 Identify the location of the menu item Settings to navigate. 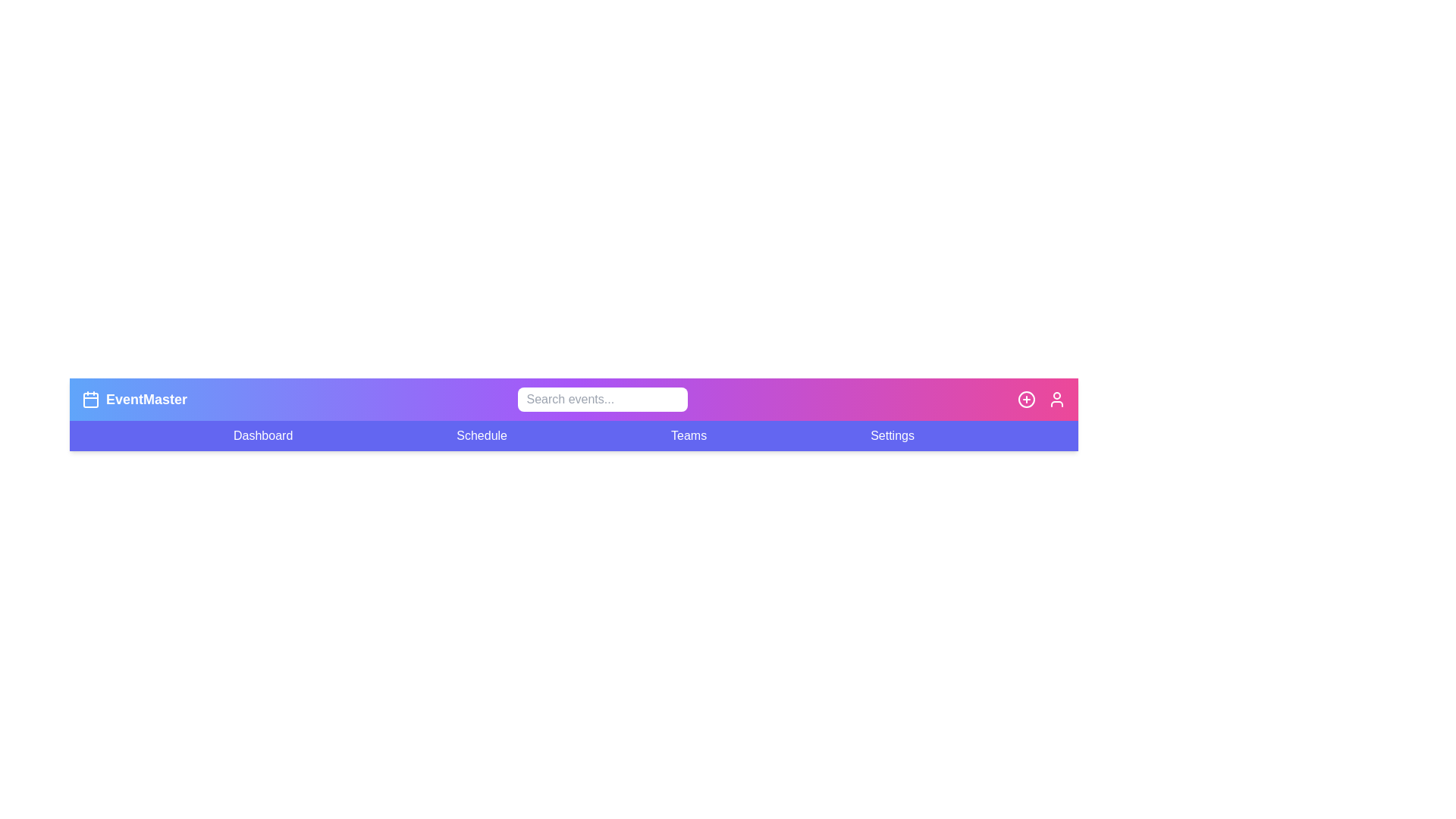
(892, 435).